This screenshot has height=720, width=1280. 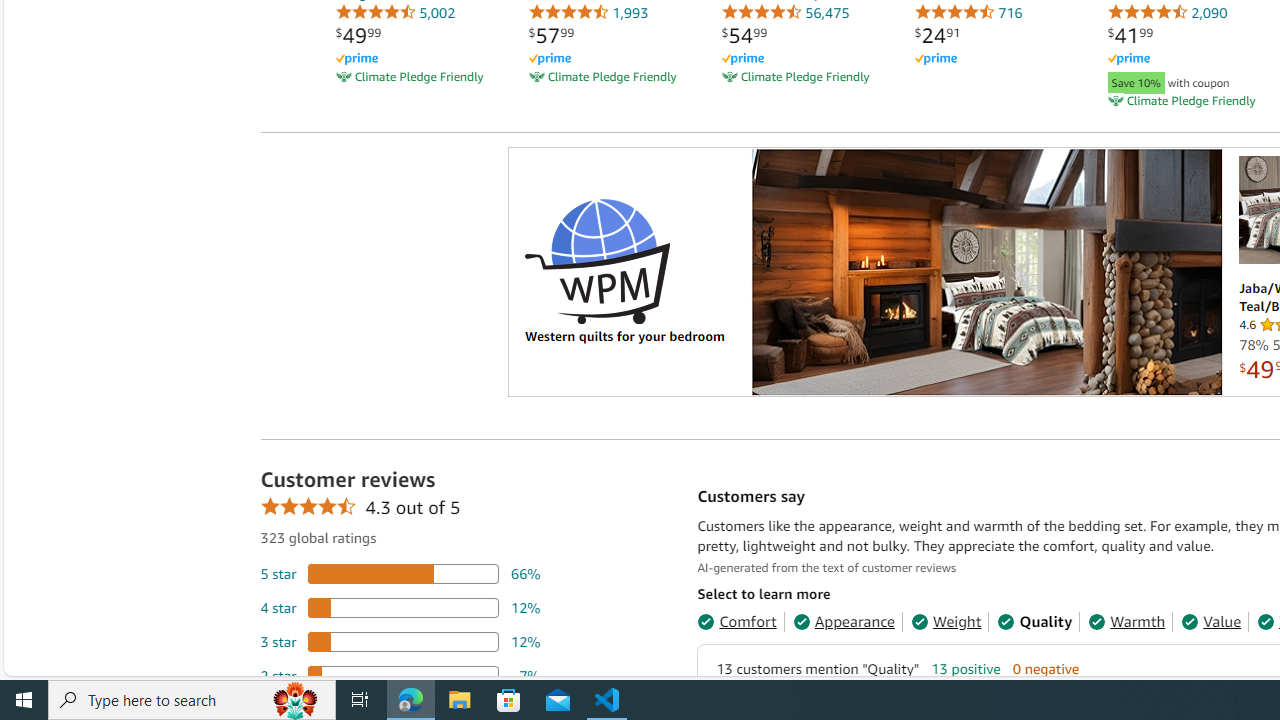 I want to click on '2,090', so click(x=1167, y=12).